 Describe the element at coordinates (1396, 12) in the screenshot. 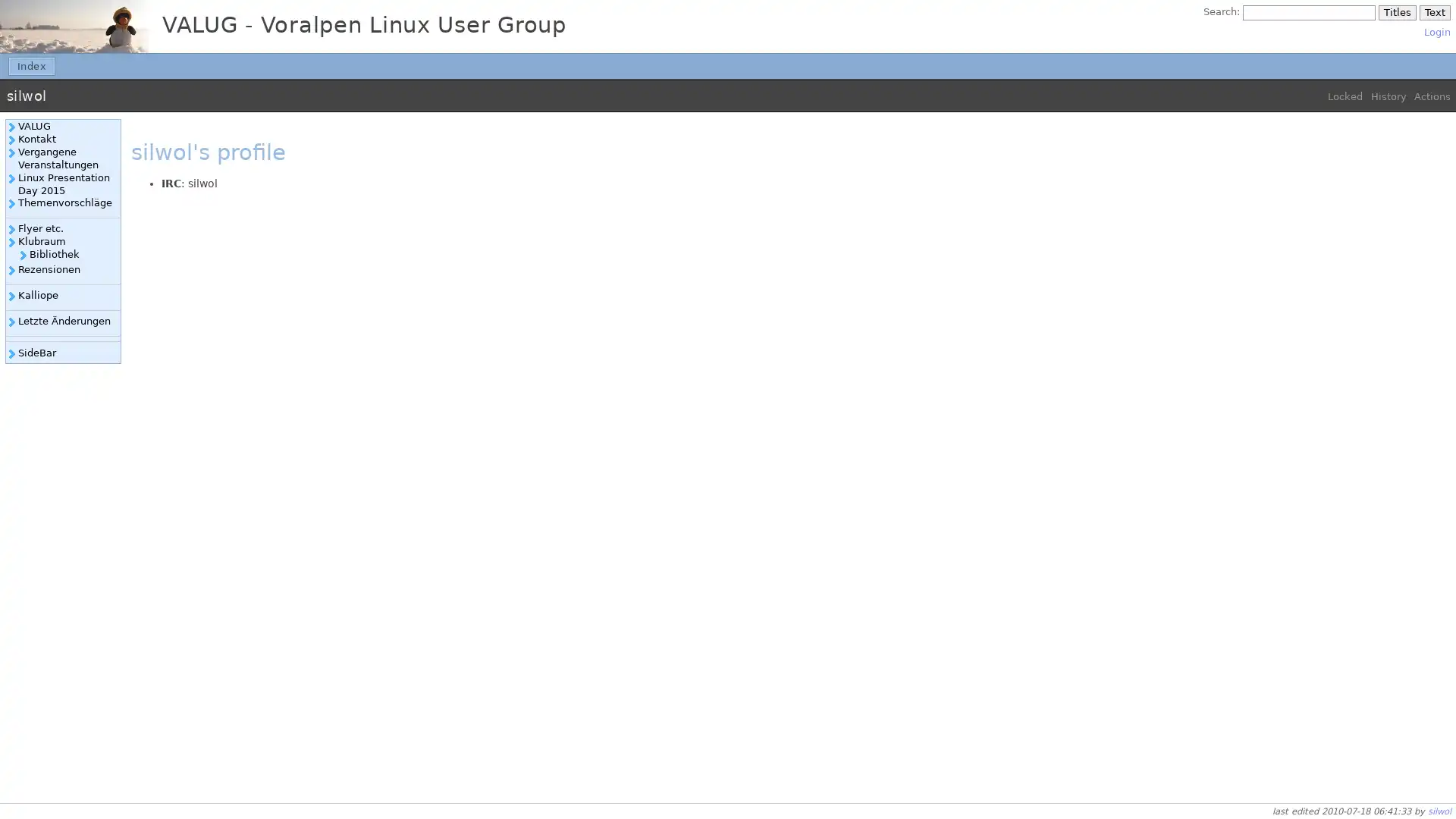

I see `Titles` at that location.